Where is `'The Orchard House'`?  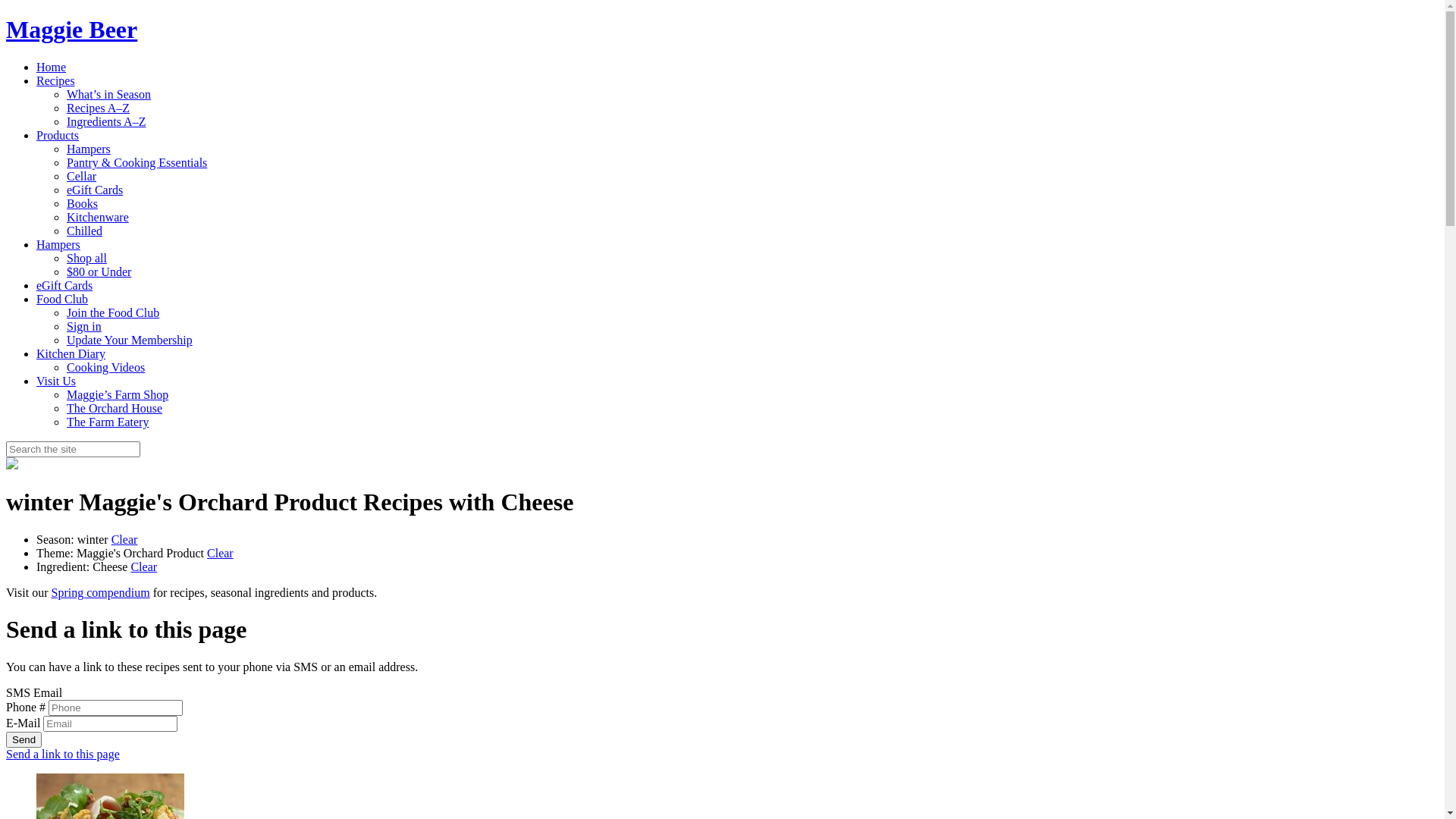
'The Orchard House' is located at coordinates (113, 407).